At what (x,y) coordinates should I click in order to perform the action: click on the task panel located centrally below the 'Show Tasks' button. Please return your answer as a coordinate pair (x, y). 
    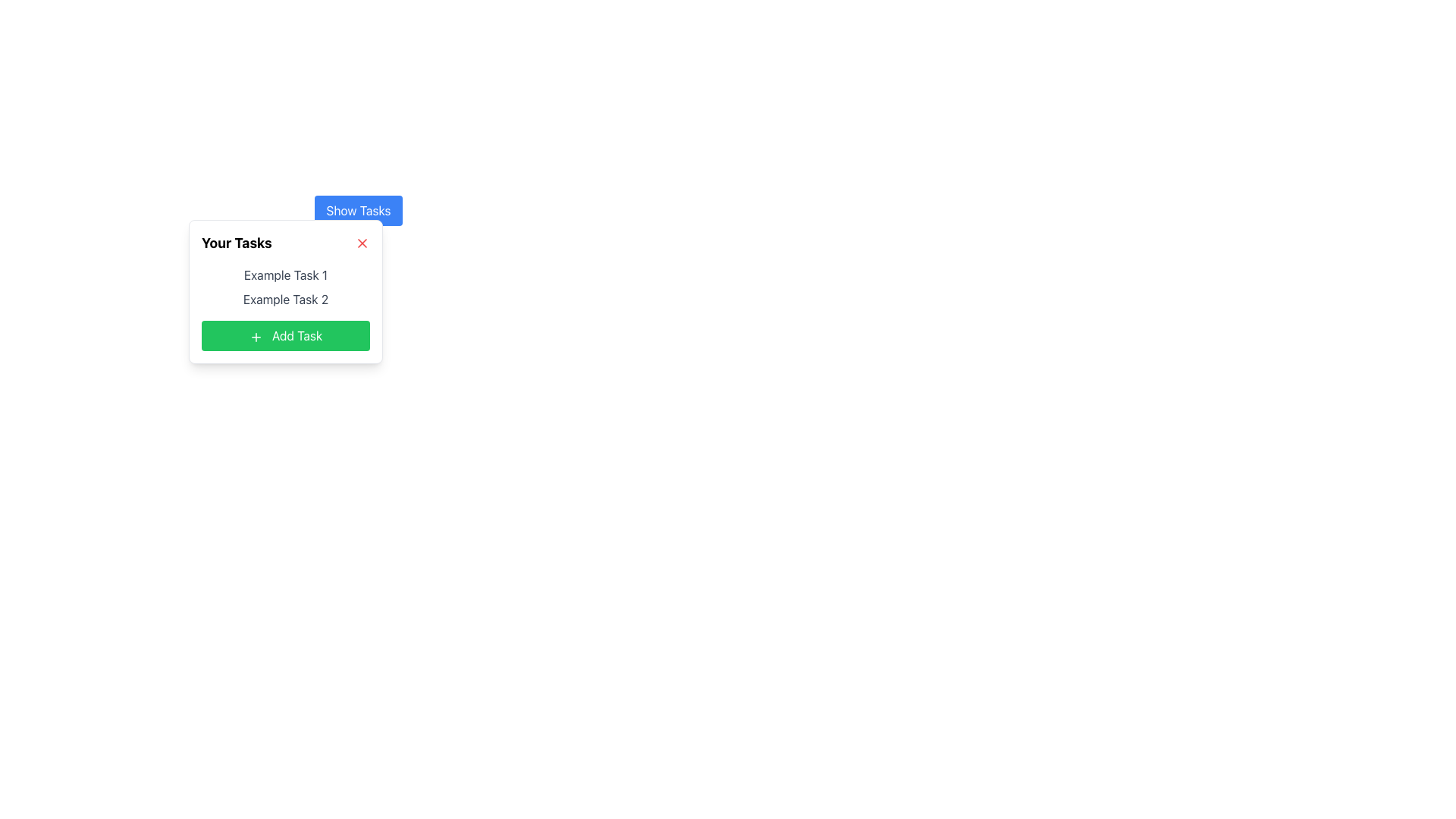
    Looking at the image, I should click on (358, 344).